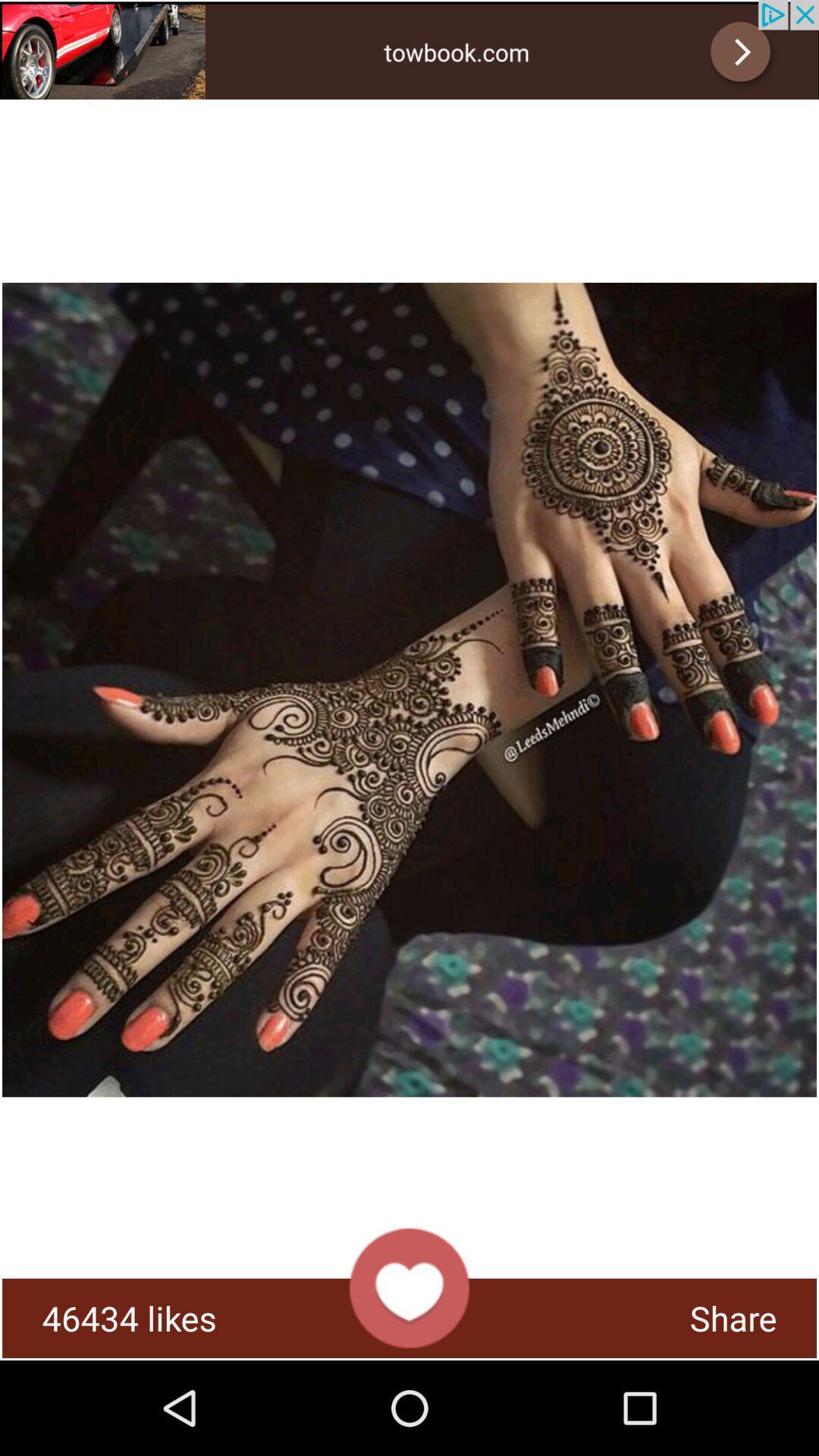  Describe the element at coordinates (409, 49) in the screenshot. I see `open advertisement` at that location.